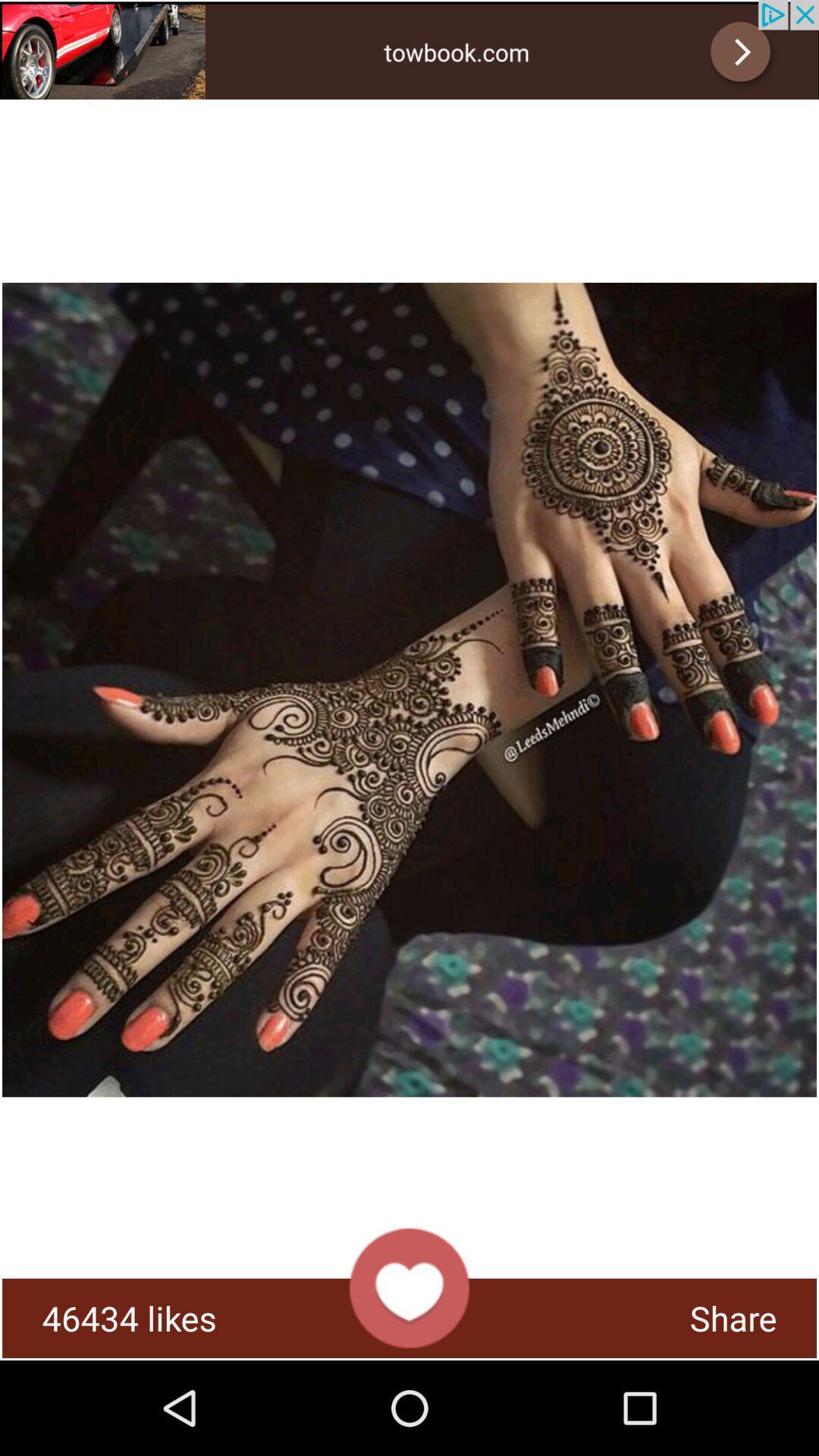  Describe the element at coordinates (409, 49) in the screenshot. I see `open advertisement` at that location.